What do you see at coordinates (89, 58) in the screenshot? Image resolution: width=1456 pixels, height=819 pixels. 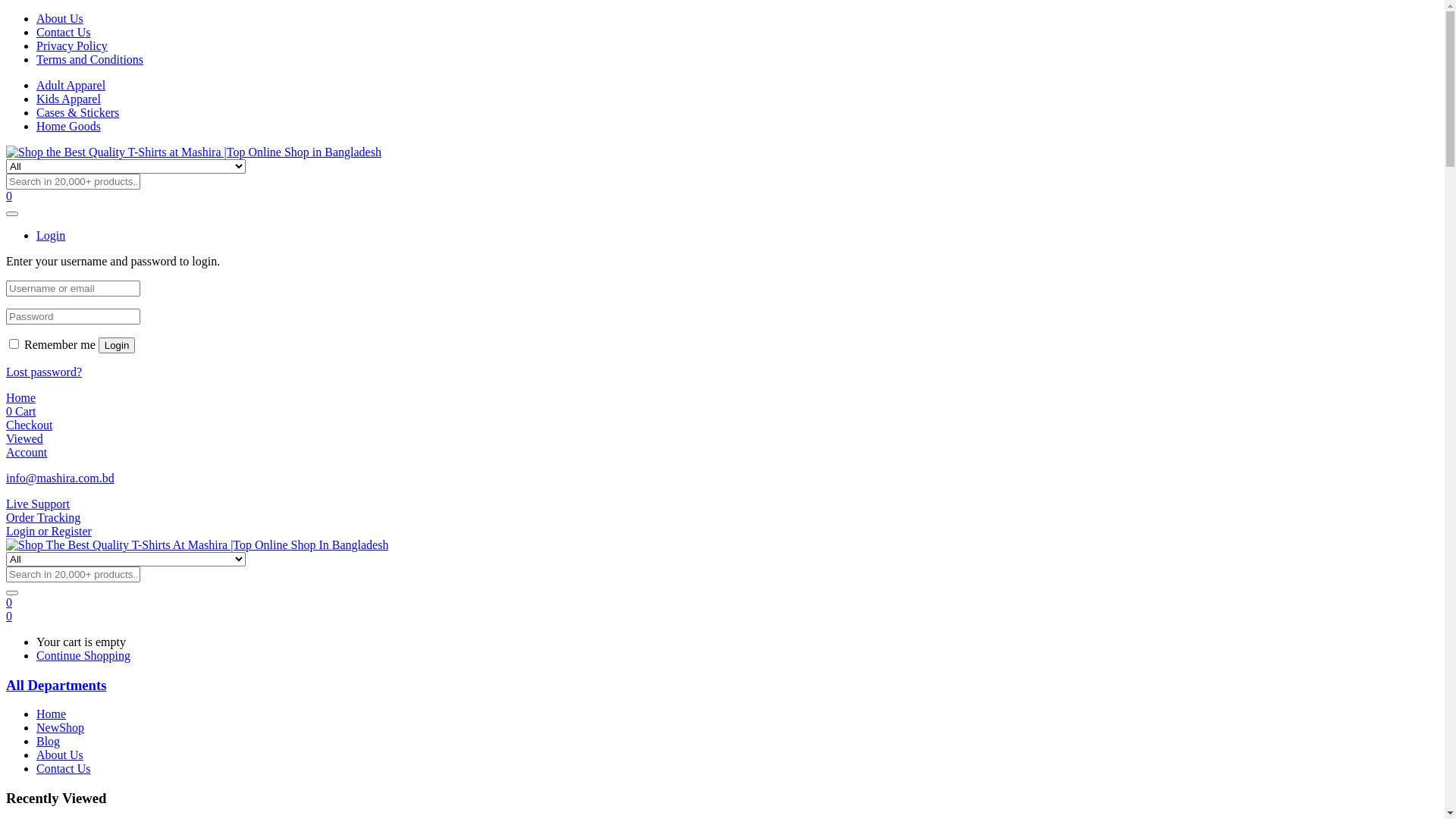 I see `'Terms and Conditions'` at bounding box center [89, 58].